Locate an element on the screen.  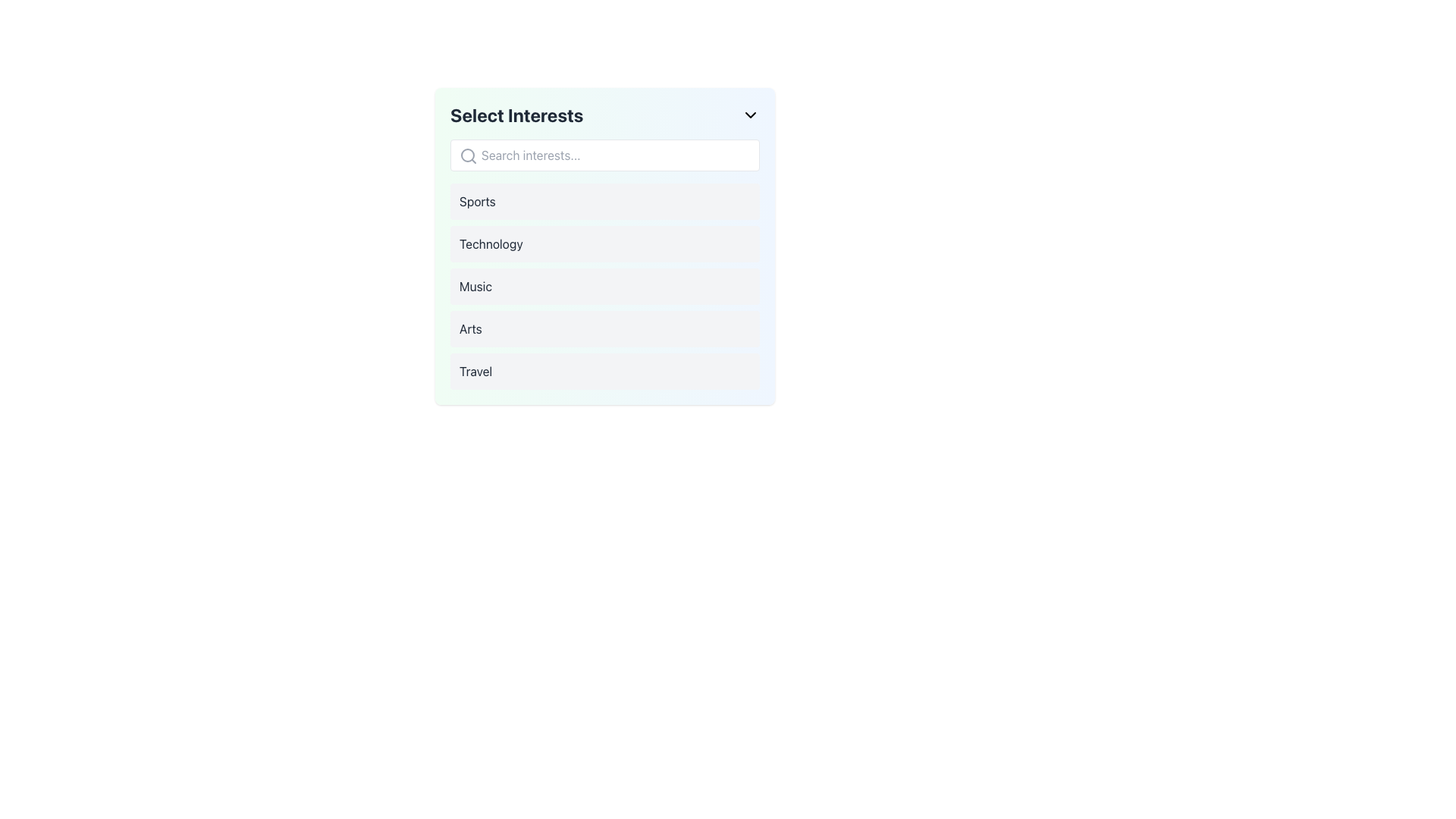
the topmost selectable category 'Sports' in the interest selection menu is located at coordinates (604, 201).